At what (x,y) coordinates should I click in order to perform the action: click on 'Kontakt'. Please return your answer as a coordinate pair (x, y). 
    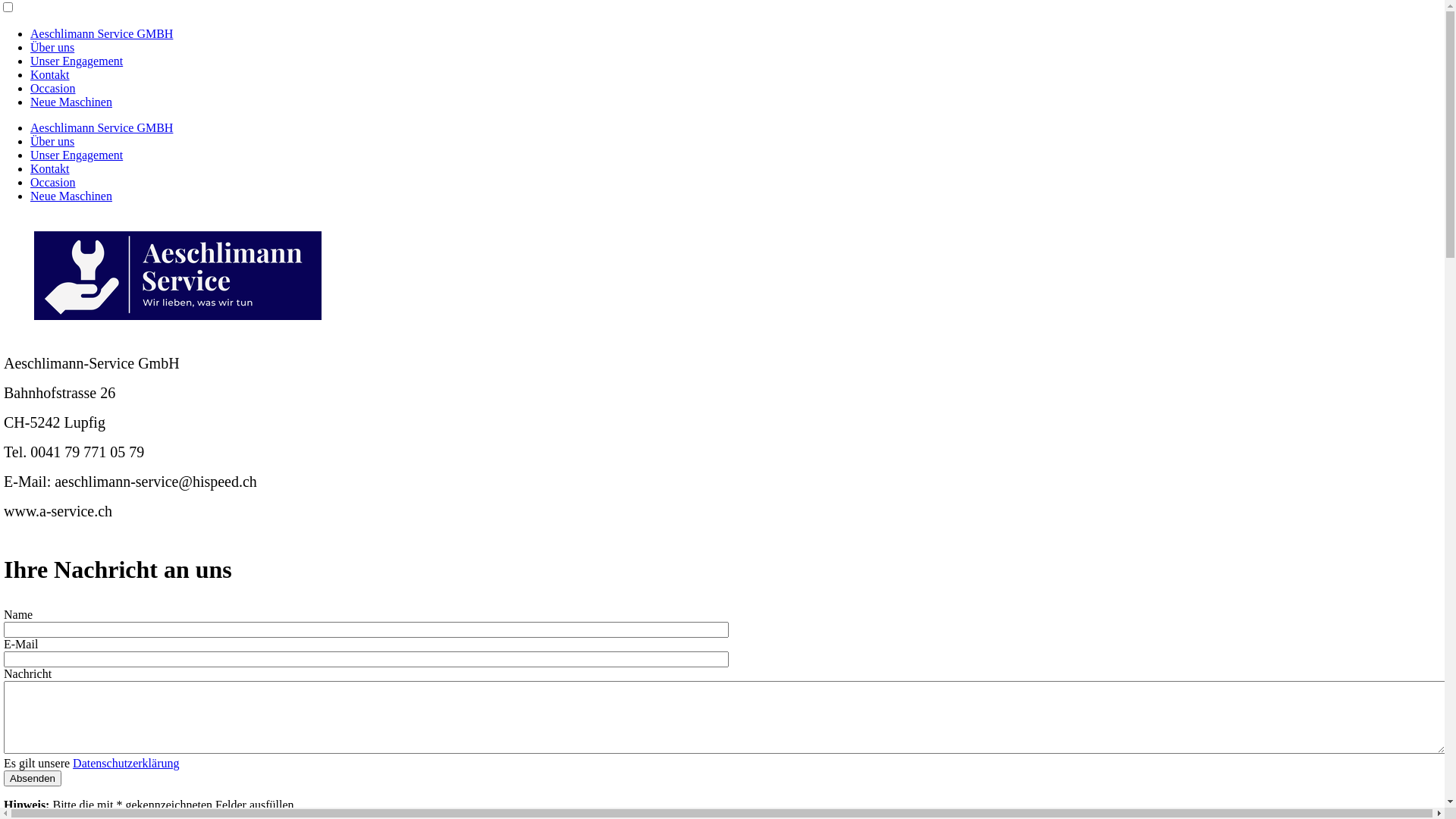
    Looking at the image, I should click on (30, 168).